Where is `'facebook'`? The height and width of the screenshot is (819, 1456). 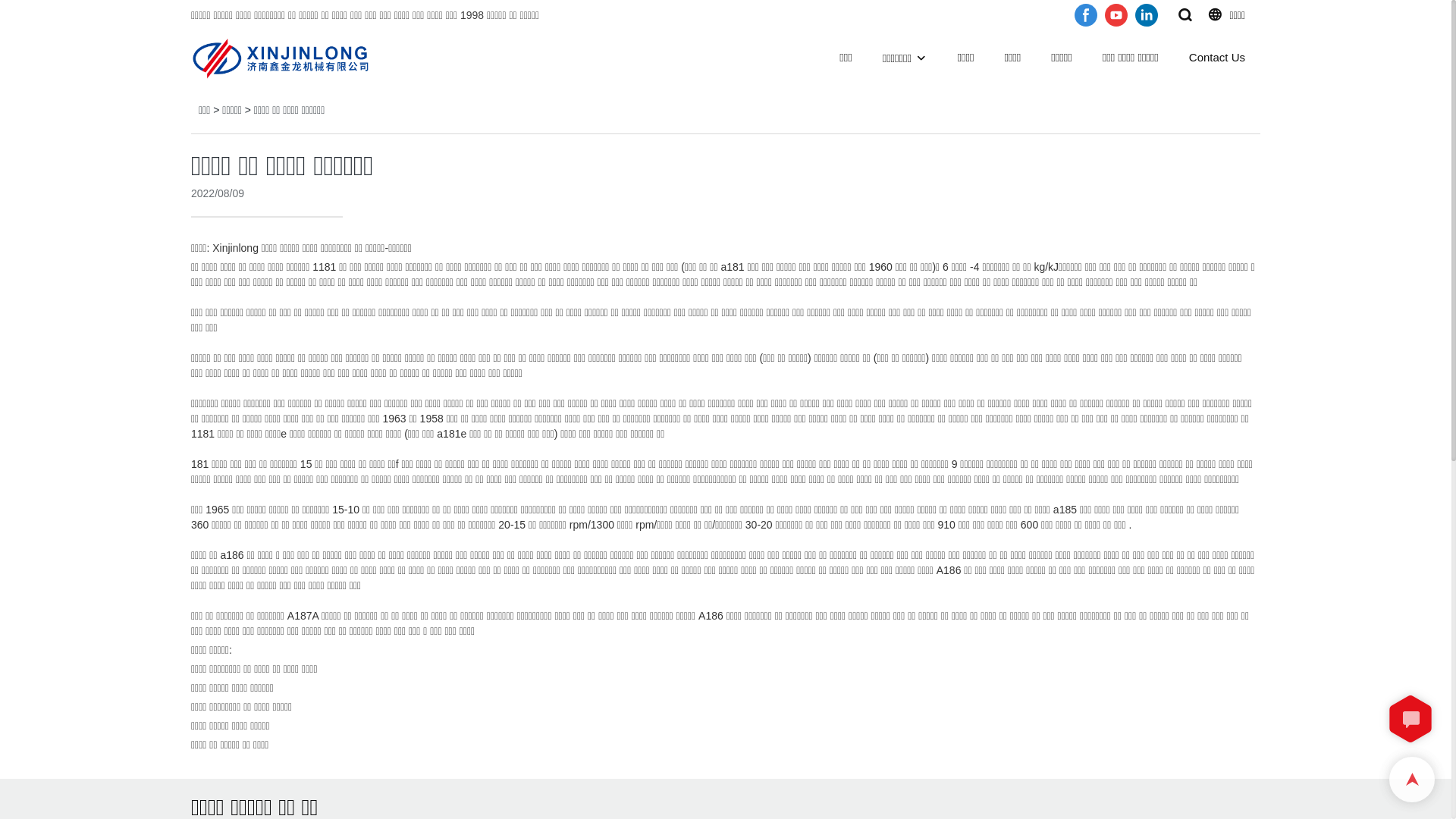
'facebook' is located at coordinates (1084, 14).